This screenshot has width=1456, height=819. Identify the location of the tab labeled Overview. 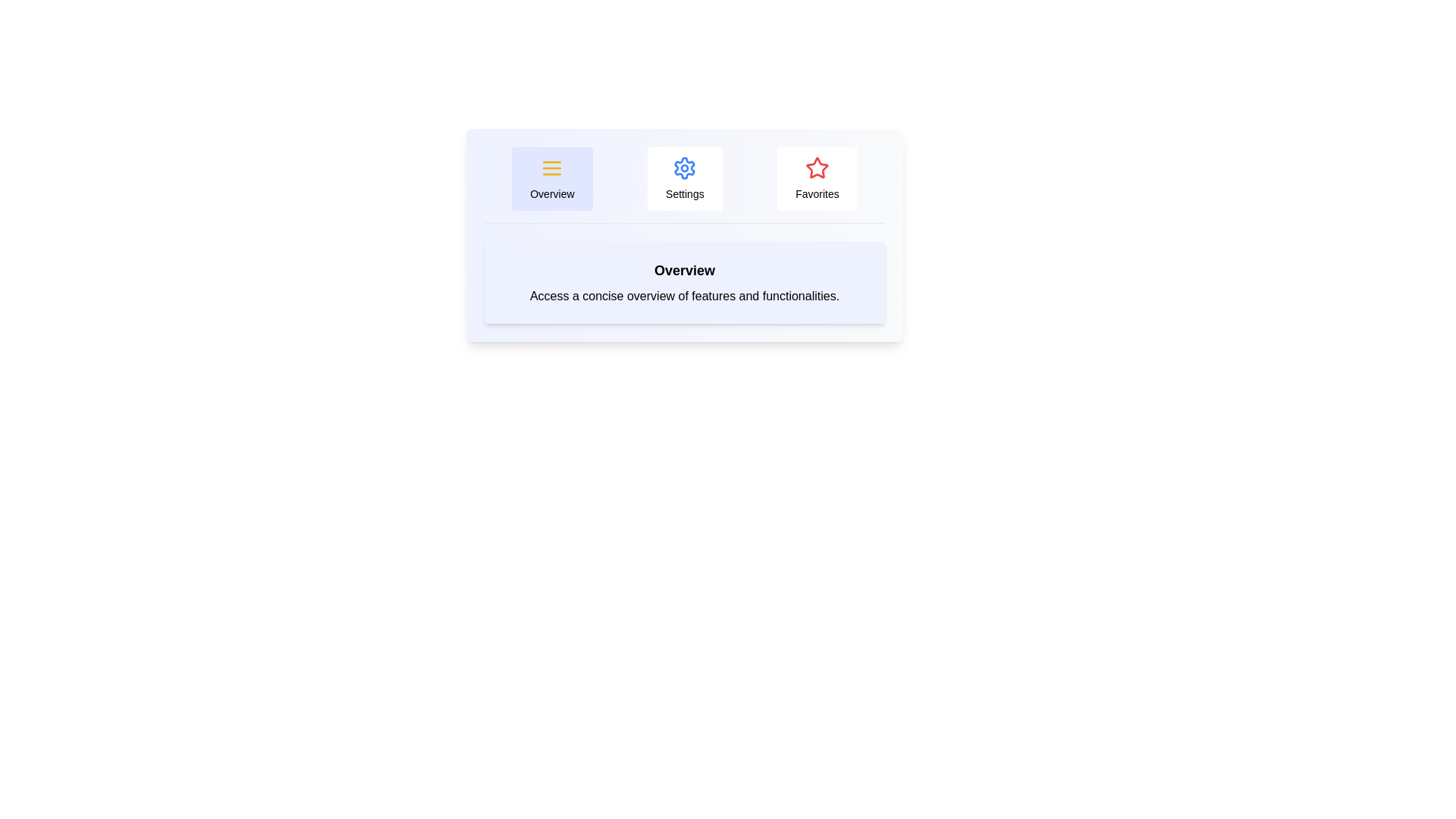
(551, 177).